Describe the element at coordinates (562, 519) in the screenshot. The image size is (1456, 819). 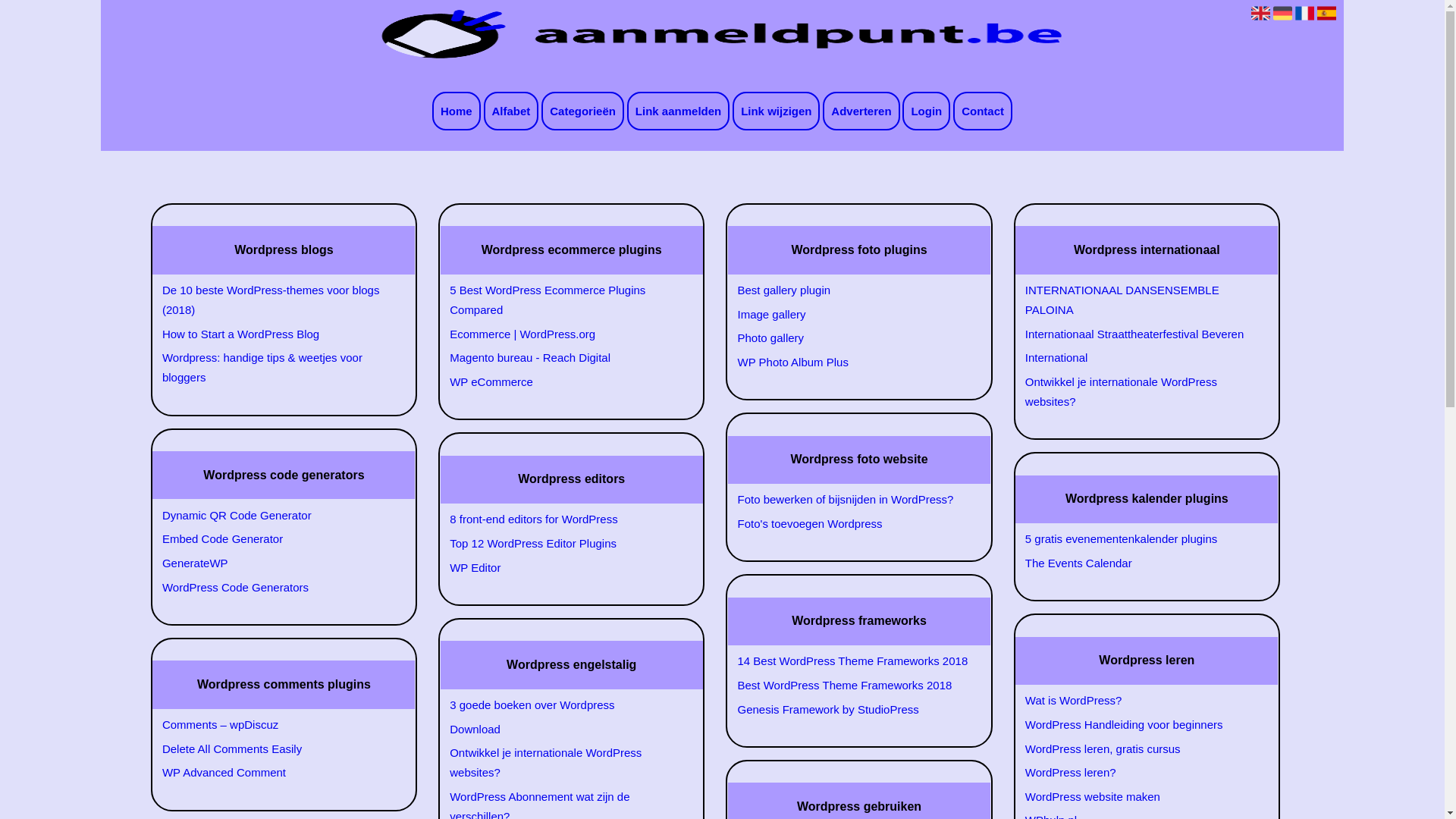
I see `'8 front-end editors for WordPress'` at that location.